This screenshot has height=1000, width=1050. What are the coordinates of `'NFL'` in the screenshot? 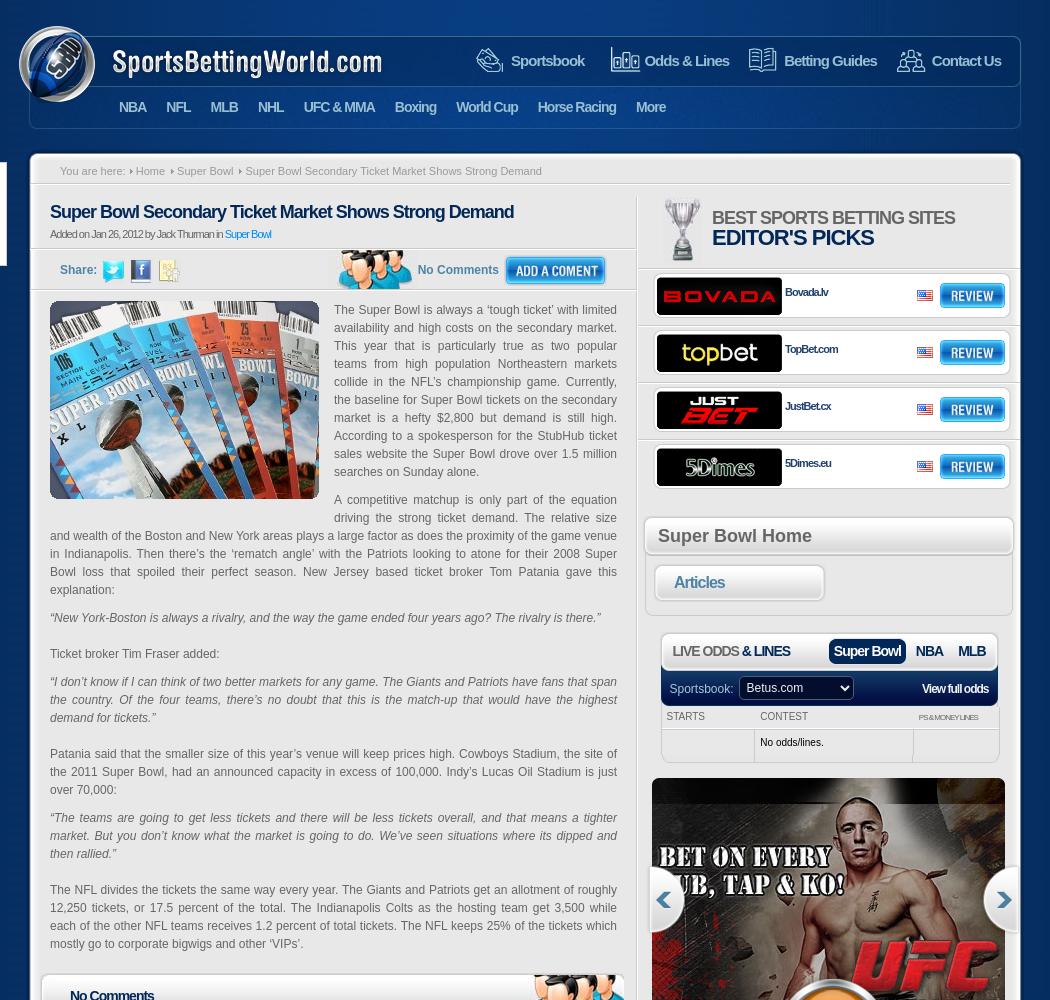 It's located at (177, 106).